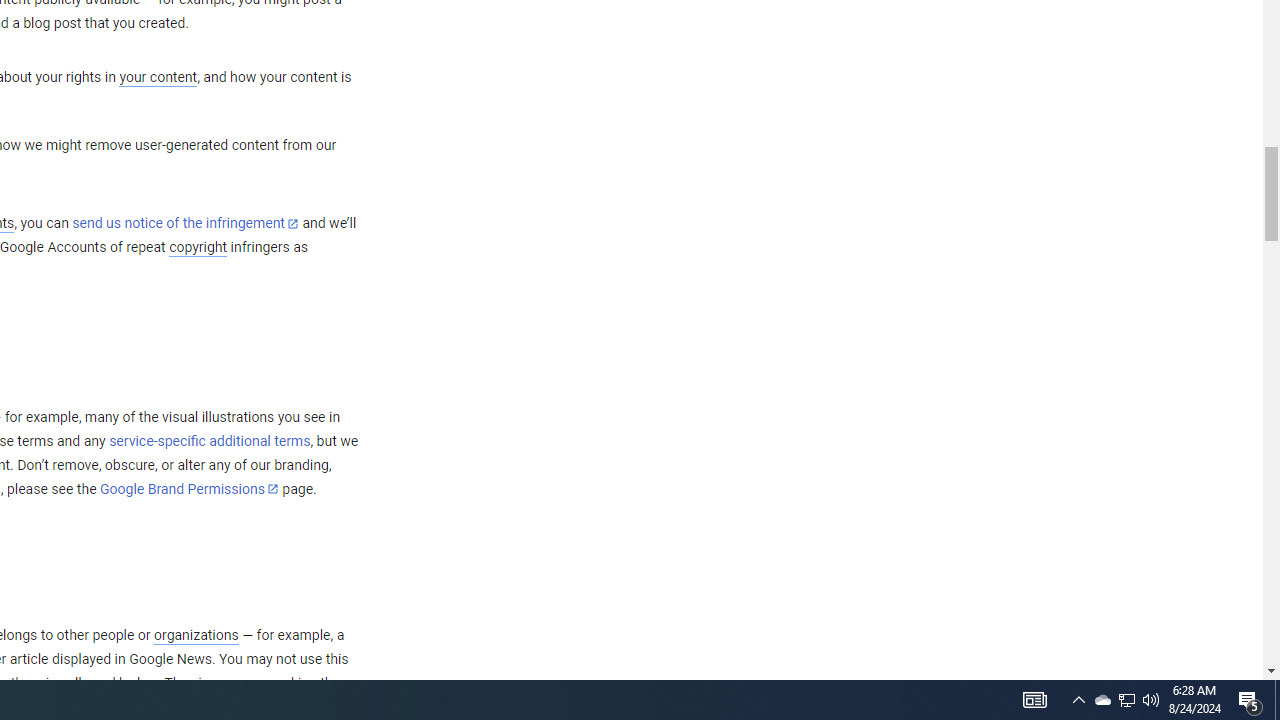  Describe the element at coordinates (189, 489) in the screenshot. I see `'Google Brand Permissions'` at that location.